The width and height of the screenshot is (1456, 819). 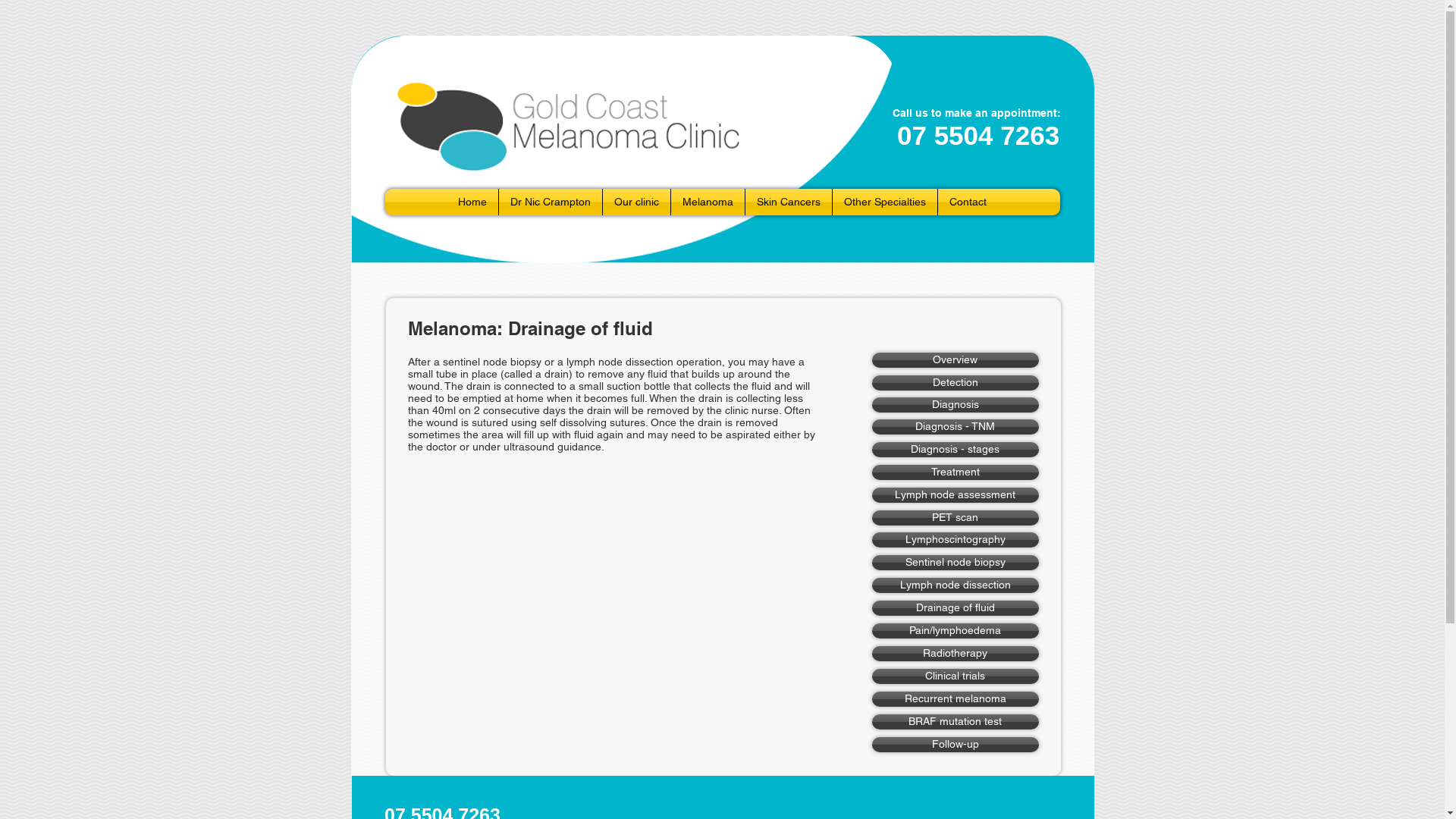 I want to click on 'Treatment', so click(x=872, y=472).